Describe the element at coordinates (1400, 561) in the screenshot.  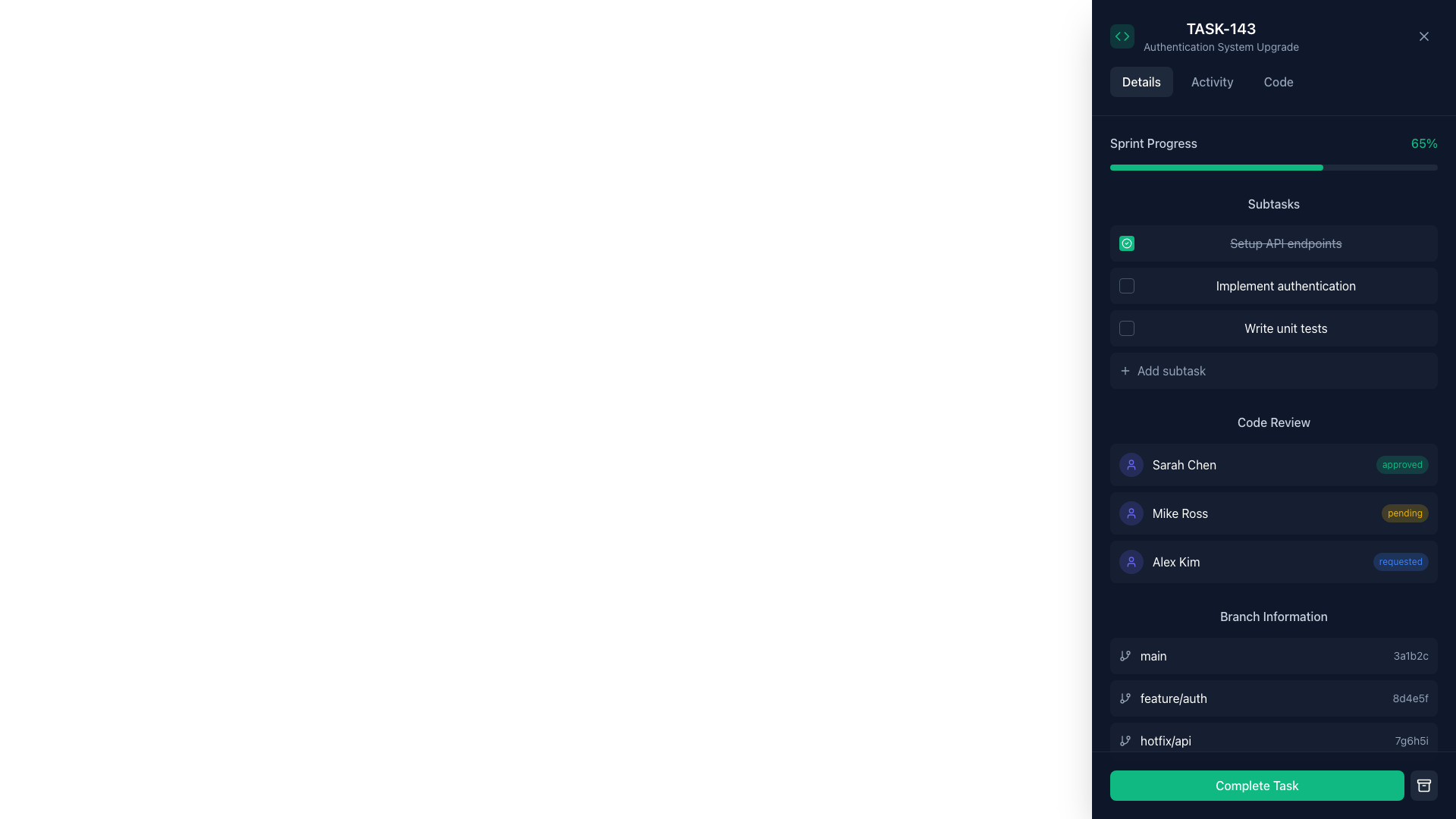
I see `status displayed on the 'requested' tag adjacent to 'Alex Kim'` at that location.